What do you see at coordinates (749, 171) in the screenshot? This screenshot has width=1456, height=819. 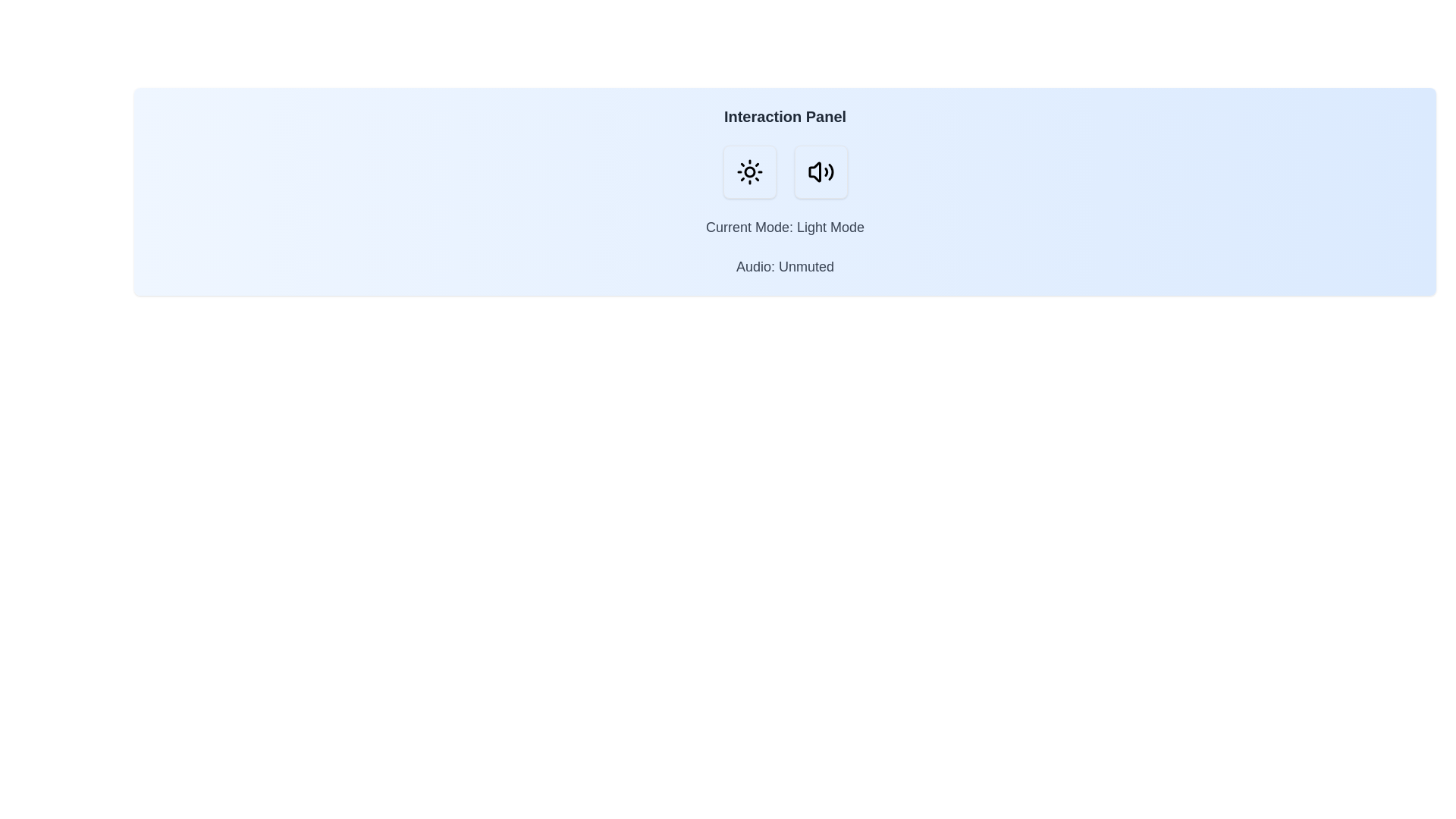 I see `the theme toggle button to switch between light and dark mode` at bounding box center [749, 171].